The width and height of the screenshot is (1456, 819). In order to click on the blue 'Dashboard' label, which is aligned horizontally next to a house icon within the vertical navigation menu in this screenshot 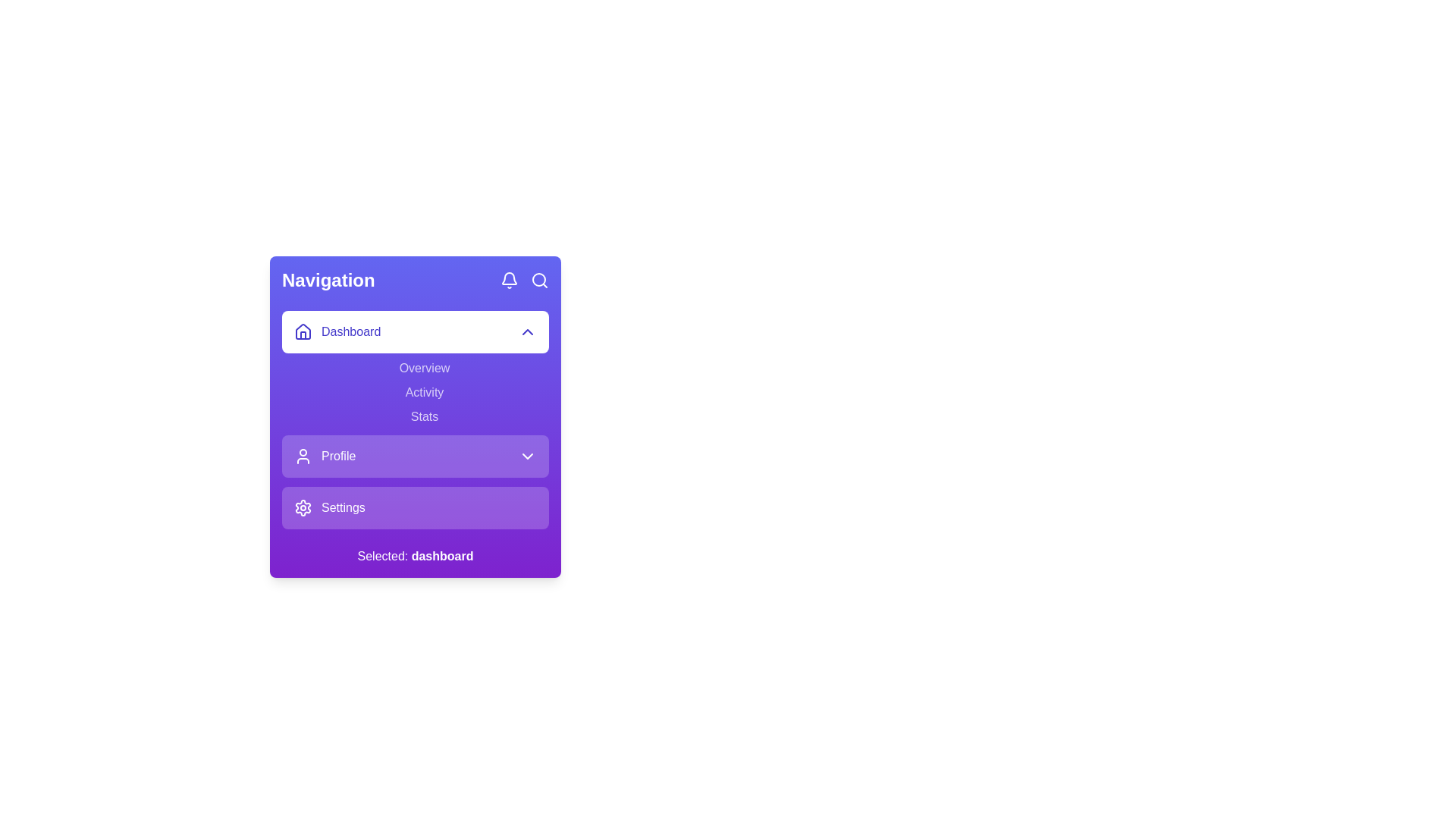, I will do `click(337, 331)`.